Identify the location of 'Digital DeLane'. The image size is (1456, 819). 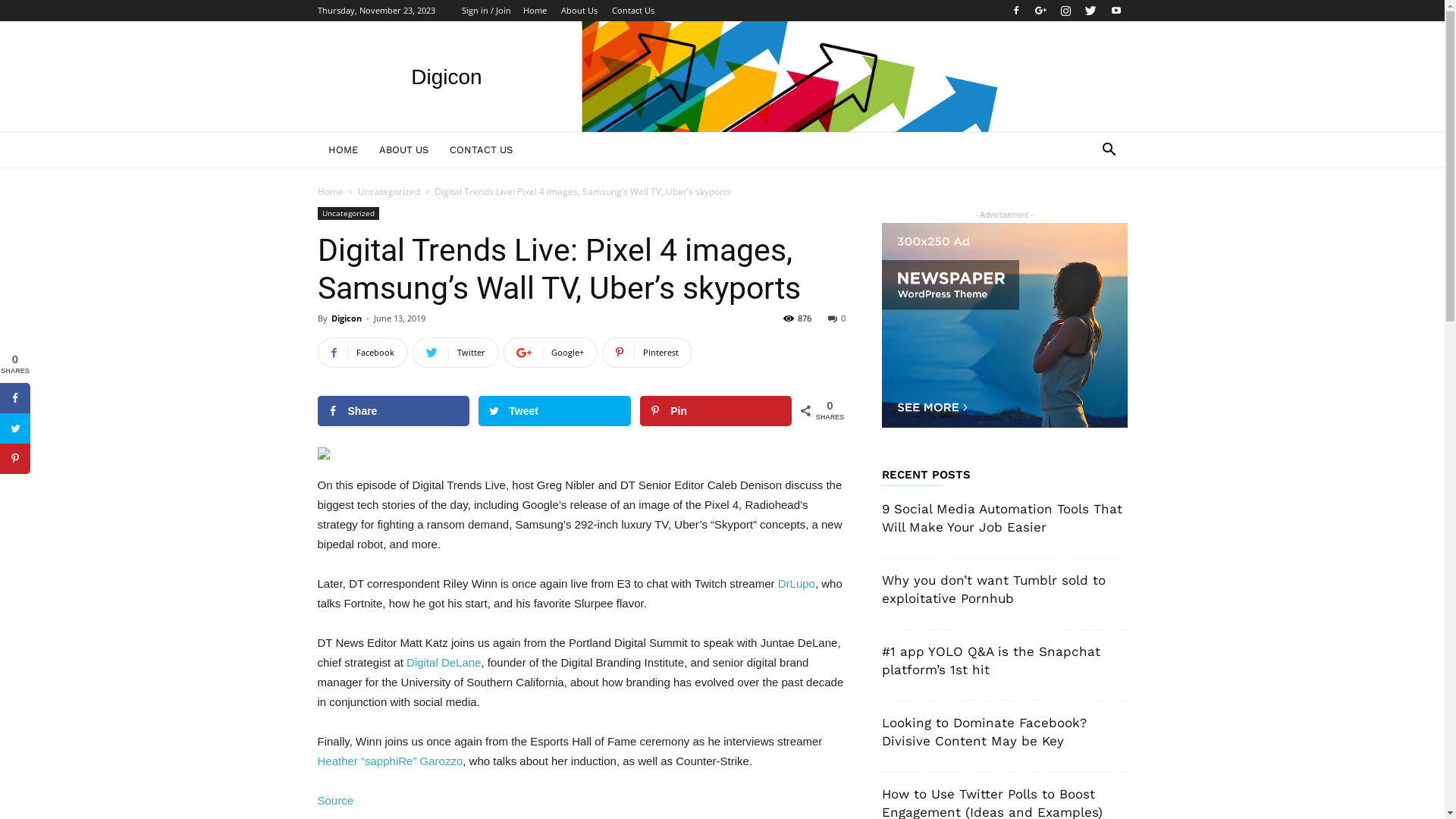
(443, 661).